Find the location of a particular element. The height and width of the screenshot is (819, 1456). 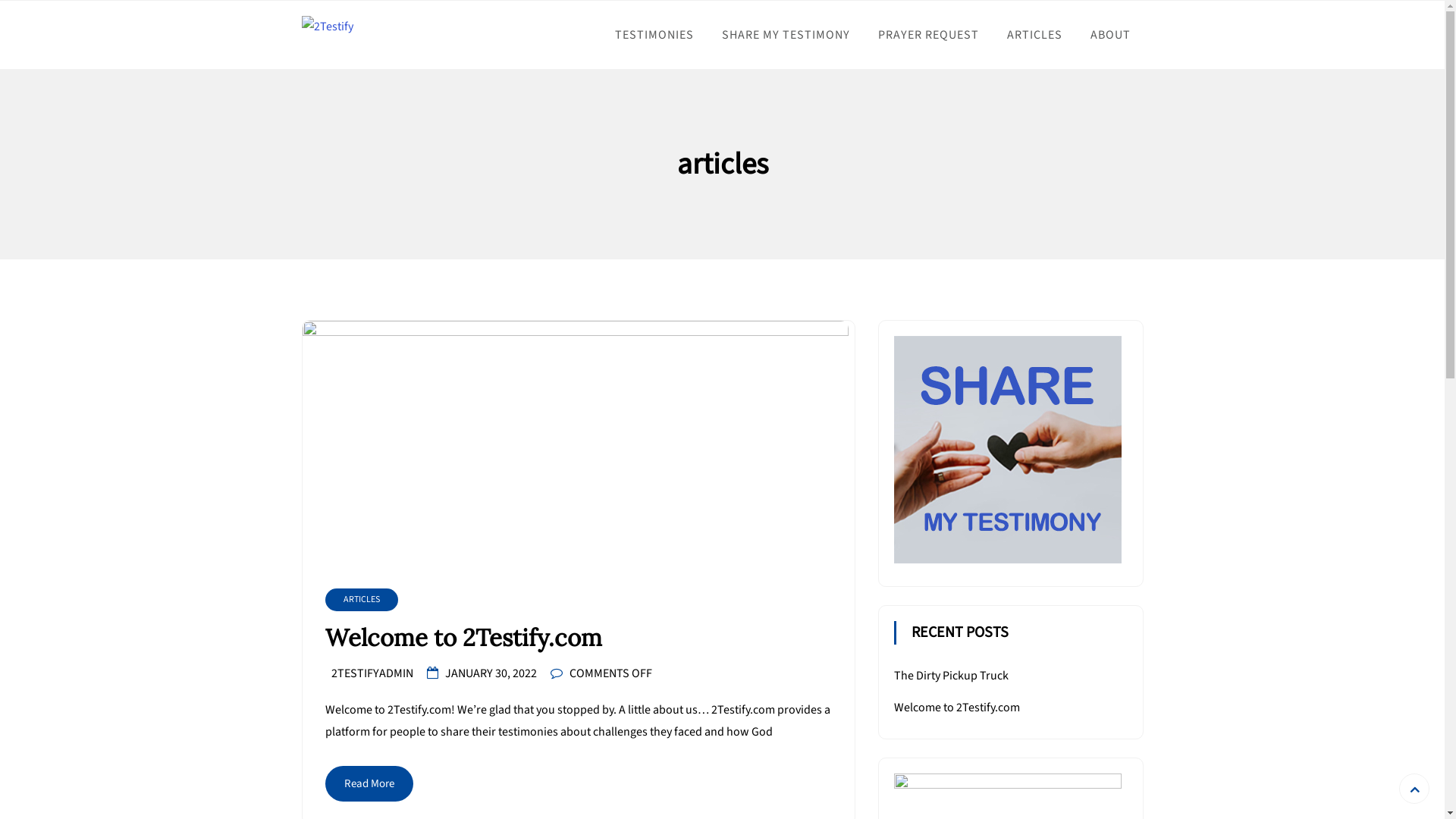

'PRAYER REQUEST' is located at coordinates (927, 34).